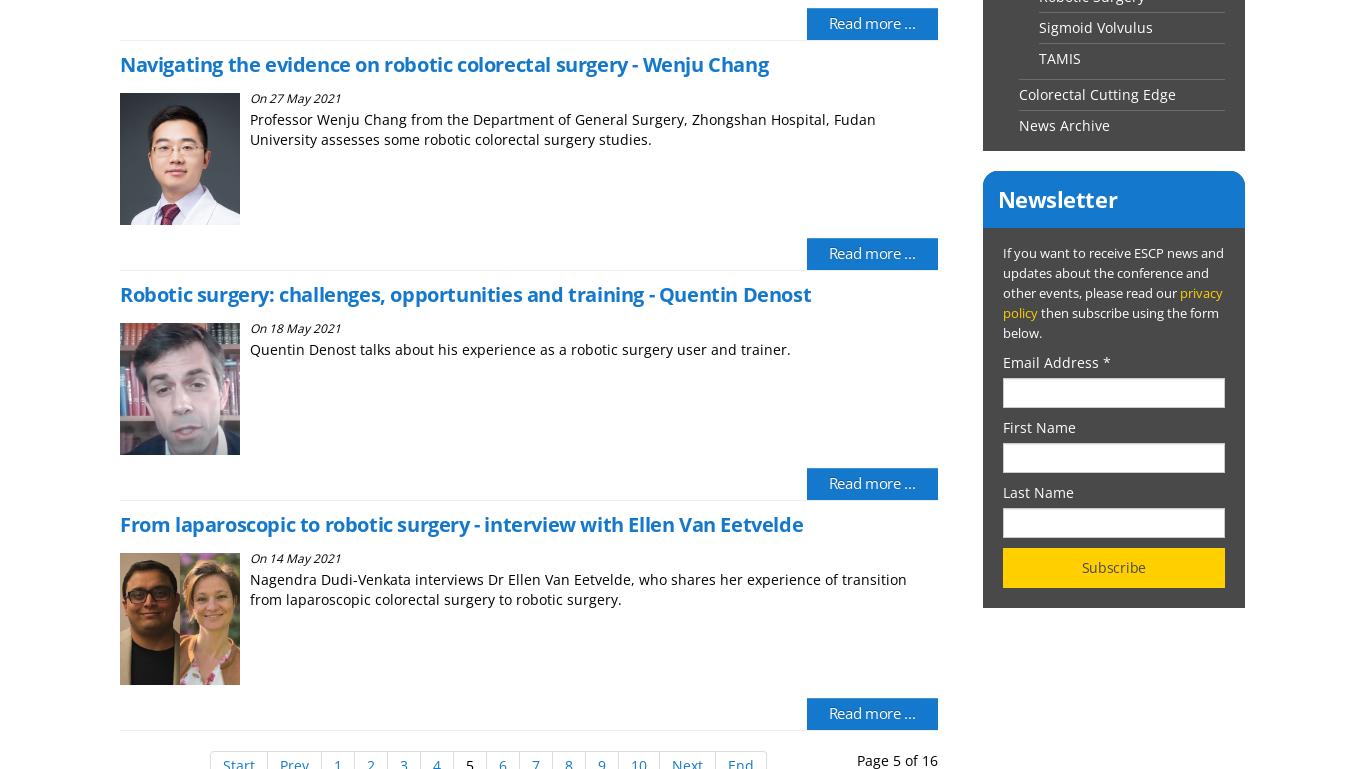  Describe the element at coordinates (1112, 272) in the screenshot. I see `'If you want to receive ESCP news and updates about the conference and other events, please read our'` at that location.